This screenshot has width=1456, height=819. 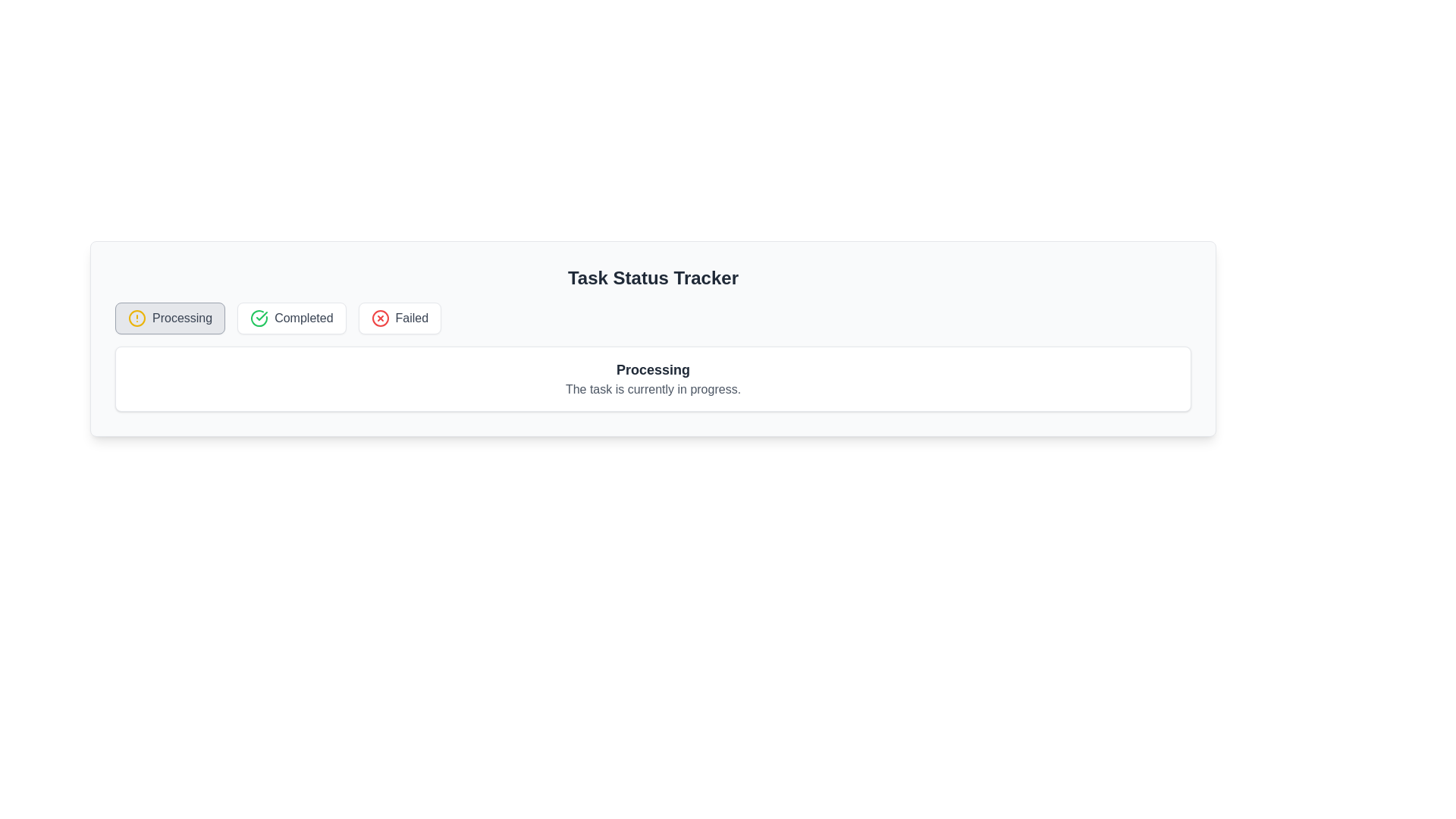 I want to click on the button labeled 'Completed' that contains a green check icon, indicating a completed status, so click(x=259, y=318).